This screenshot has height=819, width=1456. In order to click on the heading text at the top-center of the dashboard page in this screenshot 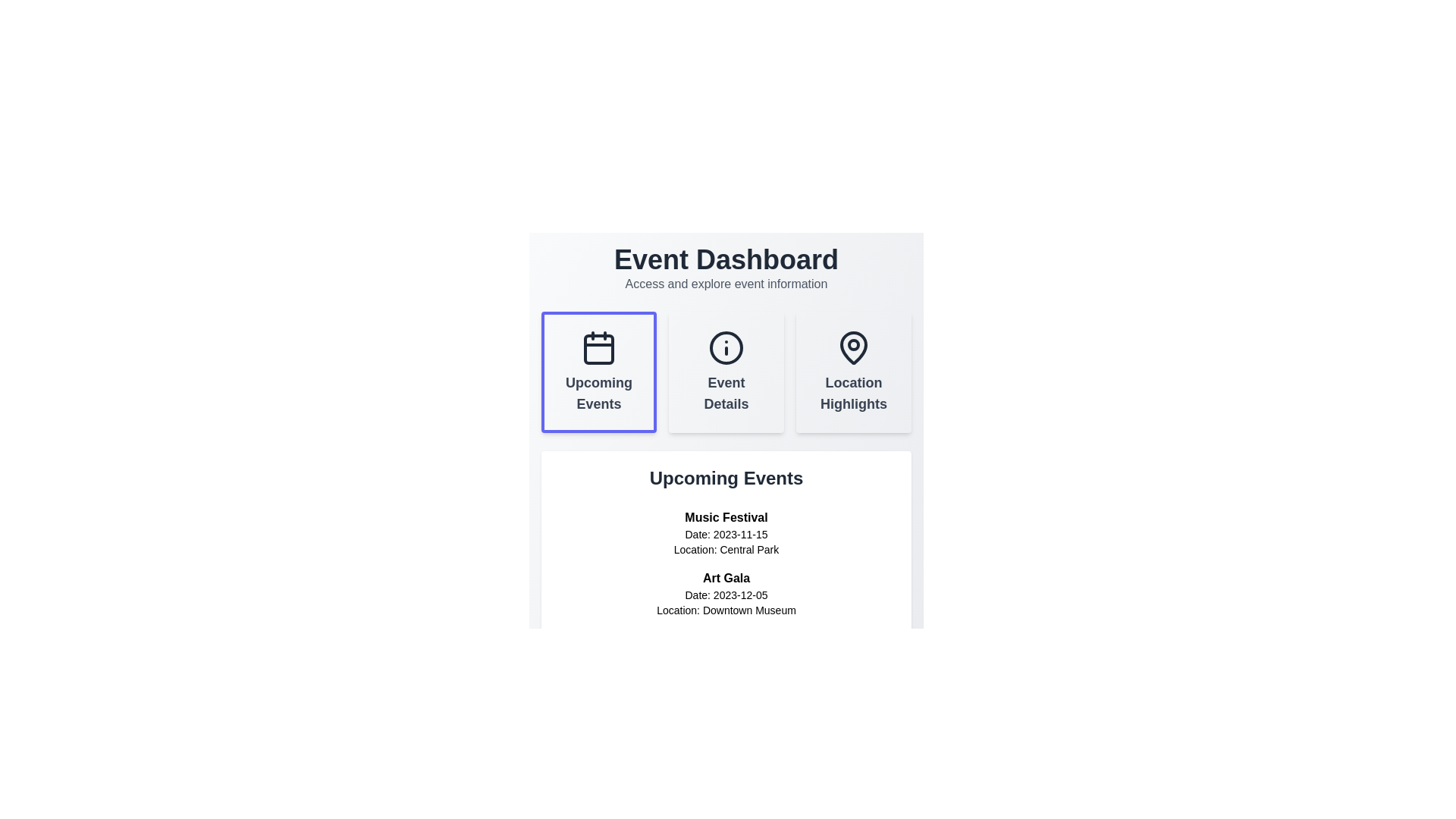, I will do `click(726, 259)`.